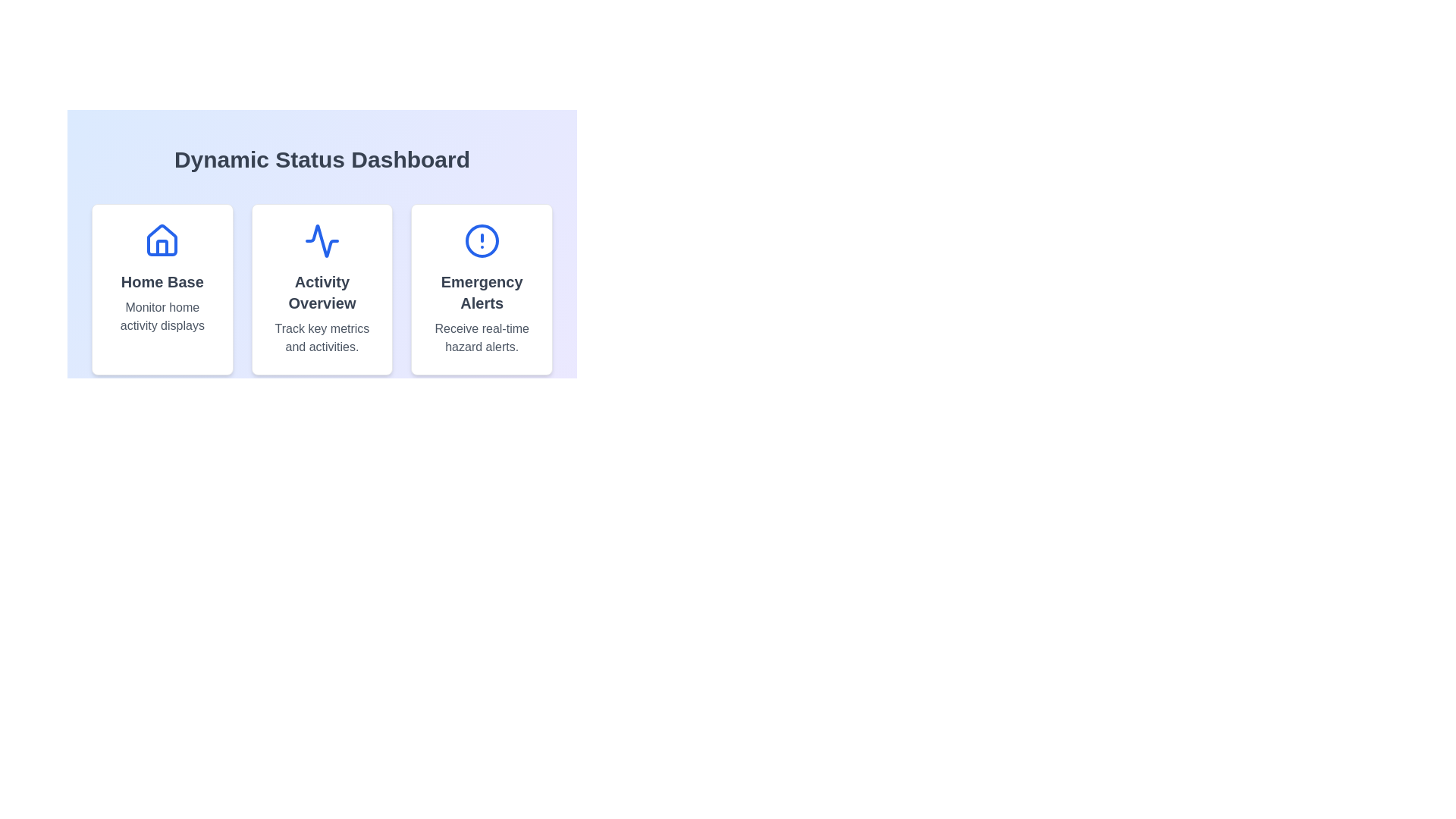 The height and width of the screenshot is (819, 1456). What do you see at coordinates (162, 247) in the screenshot?
I see `the door element within the house icon located at the central lower section of the house icon on the 'Home Base' card` at bounding box center [162, 247].